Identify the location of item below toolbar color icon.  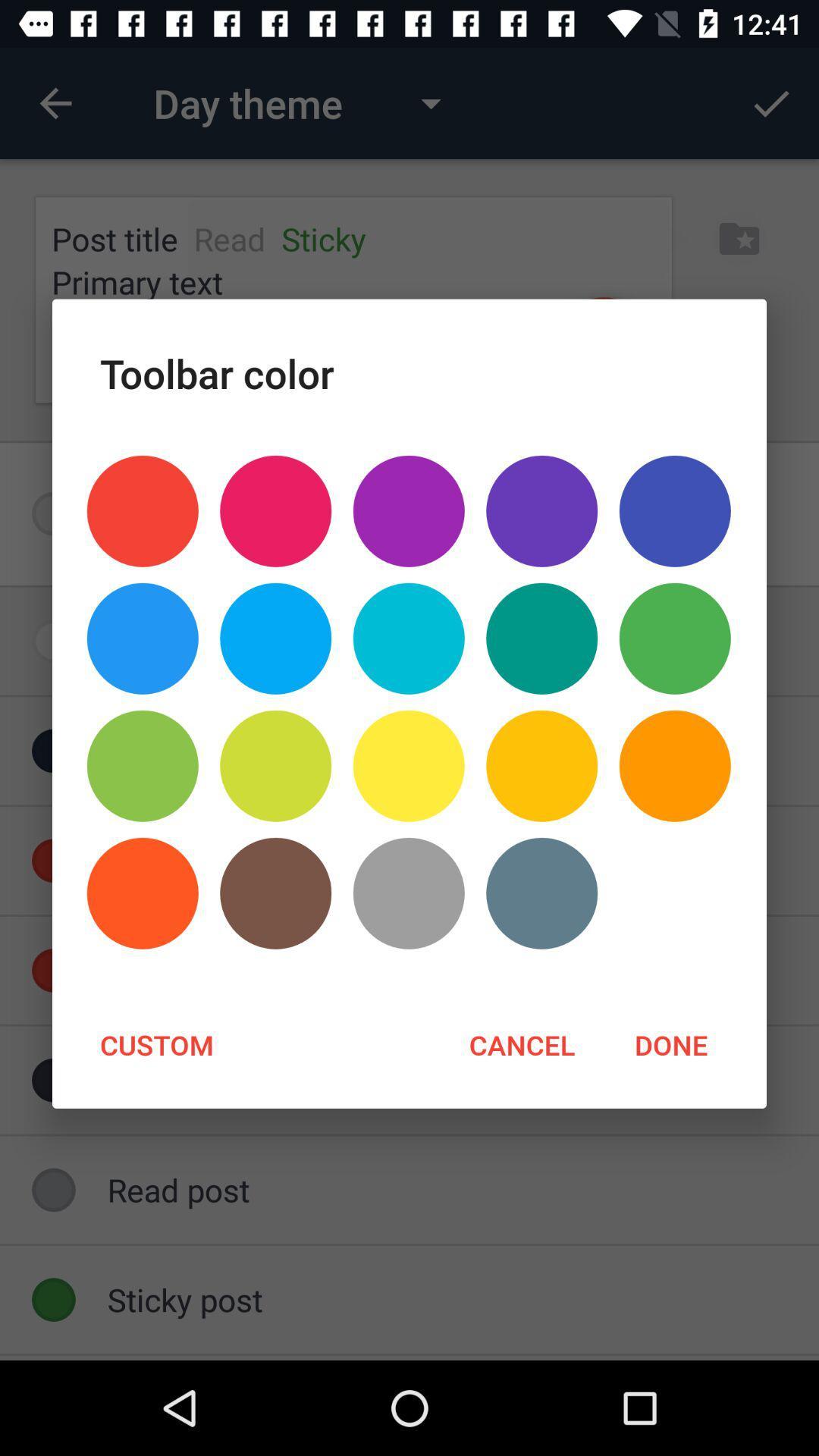
(275, 511).